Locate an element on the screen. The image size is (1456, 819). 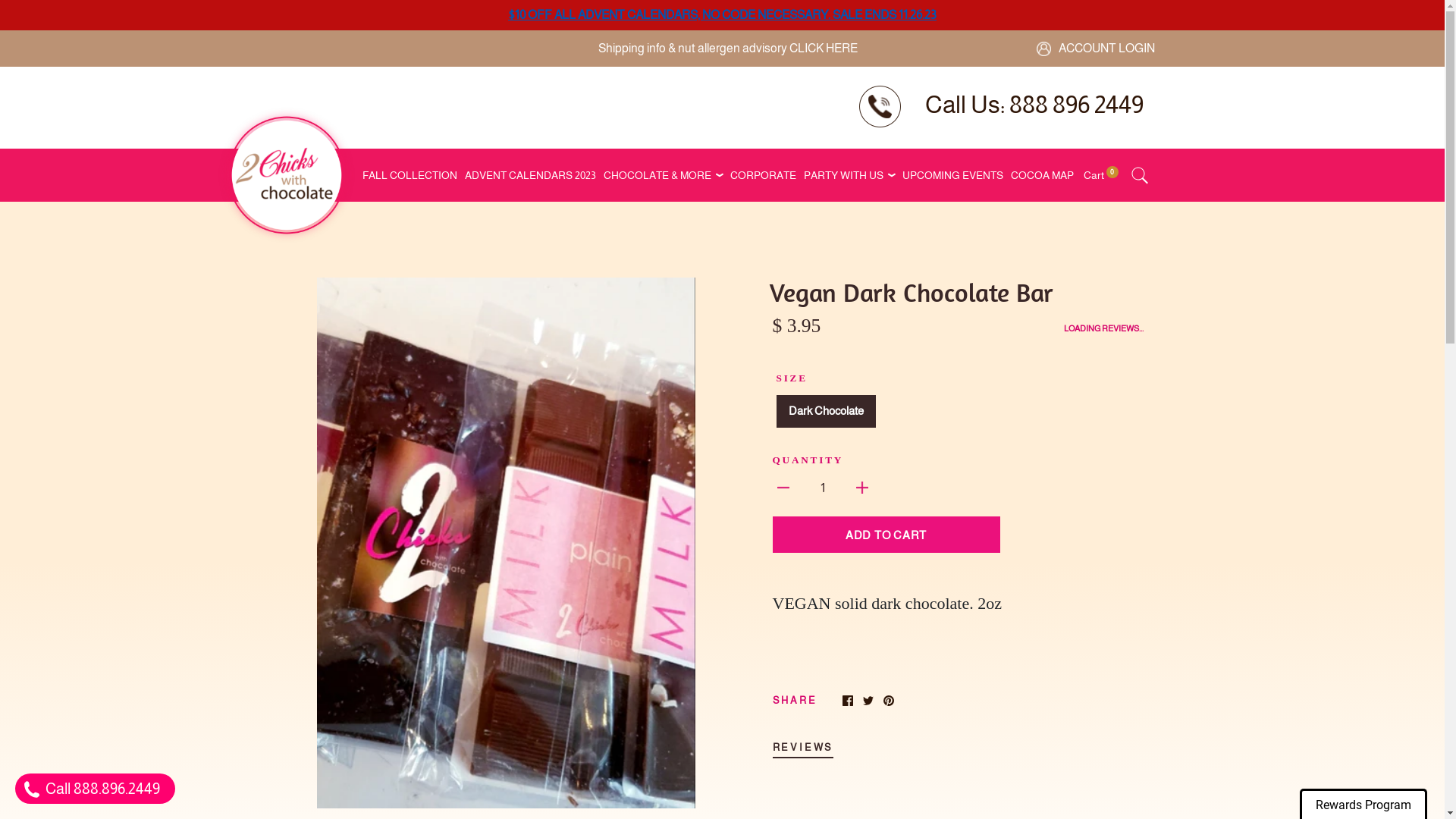
'Call Us: 888 896 2449' is located at coordinates (1033, 104).